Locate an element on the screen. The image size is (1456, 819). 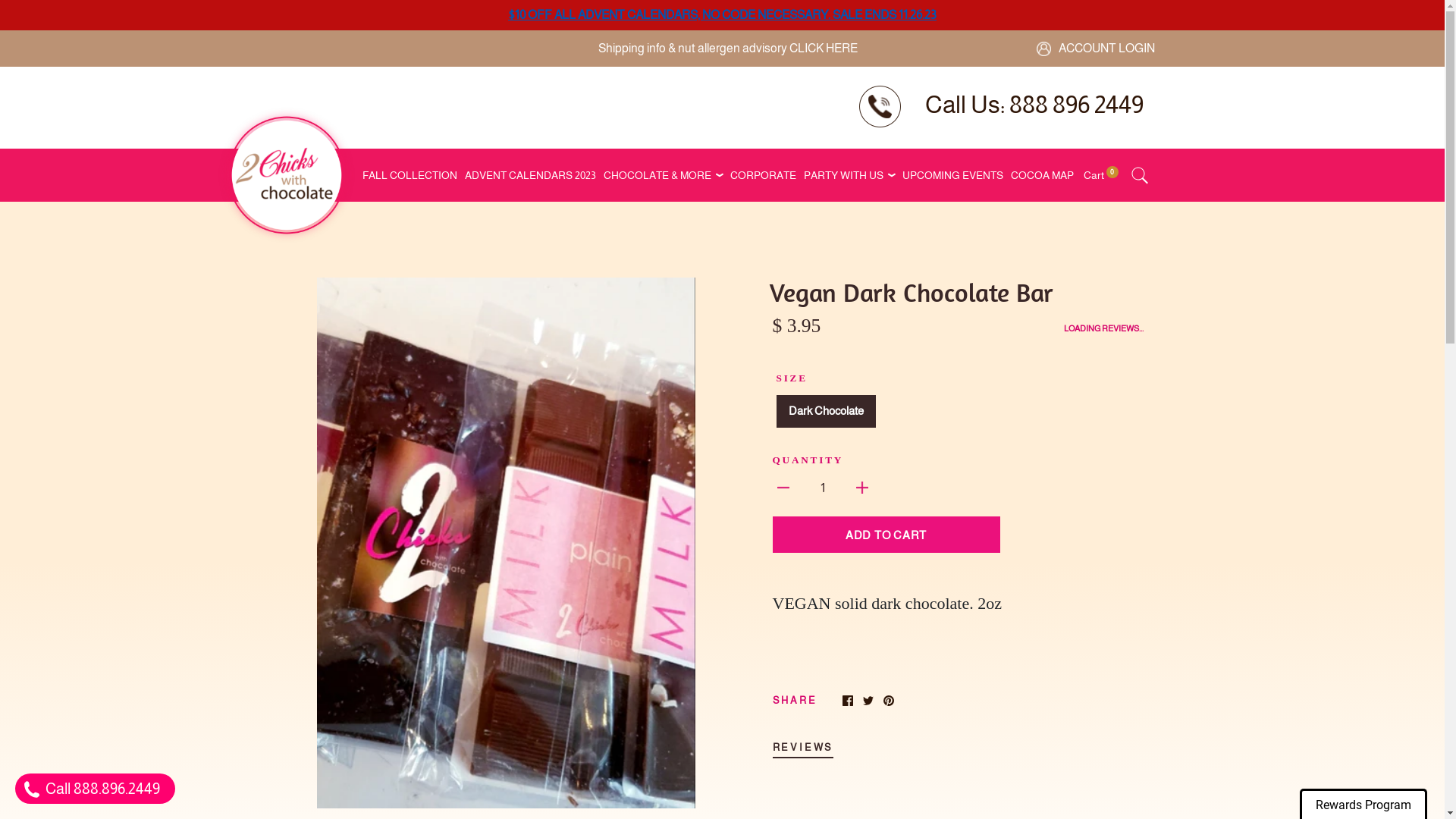
'Call Us: 888 896 2449' is located at coordinates (1033, 104).